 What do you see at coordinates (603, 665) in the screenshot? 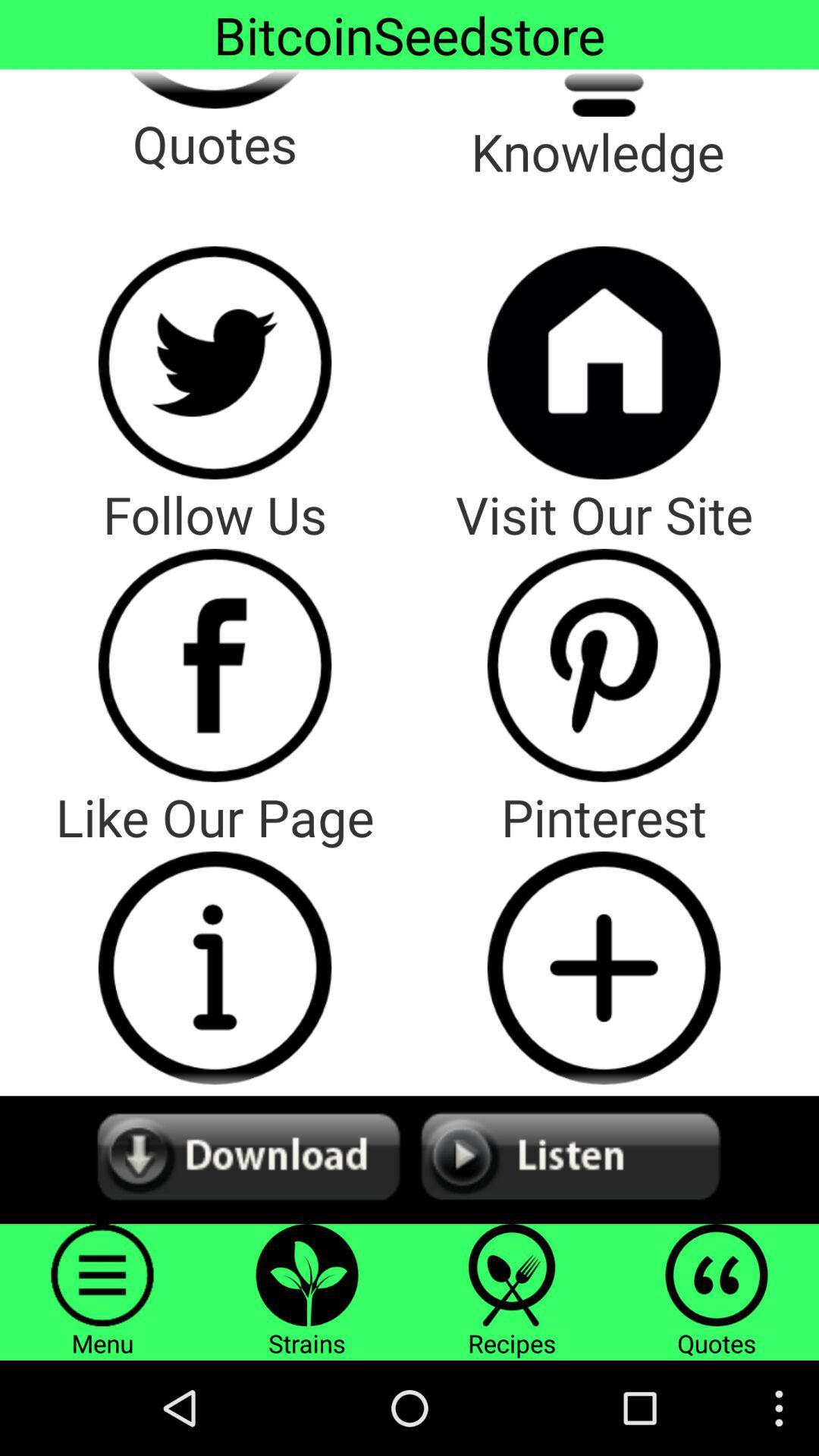
I see `pinterest` at bounding box center [603, 665].